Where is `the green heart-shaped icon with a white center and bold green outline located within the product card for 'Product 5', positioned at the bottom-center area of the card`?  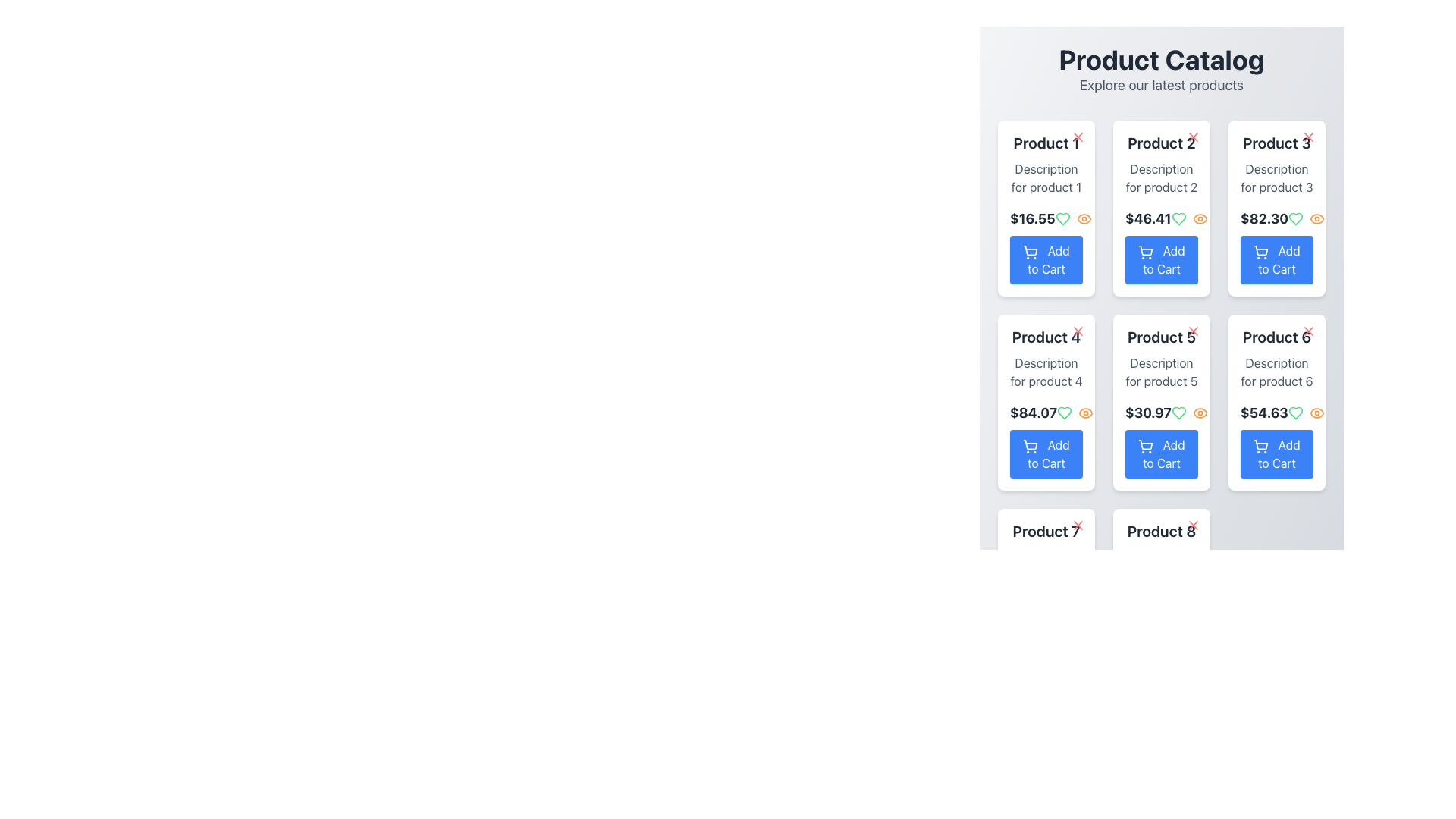
the green heart-shaped icon with a white center and bold green outline located within the product card for 'Product 5', positioned at the bottom-center area of the card is located at coordinates (1062, 219).